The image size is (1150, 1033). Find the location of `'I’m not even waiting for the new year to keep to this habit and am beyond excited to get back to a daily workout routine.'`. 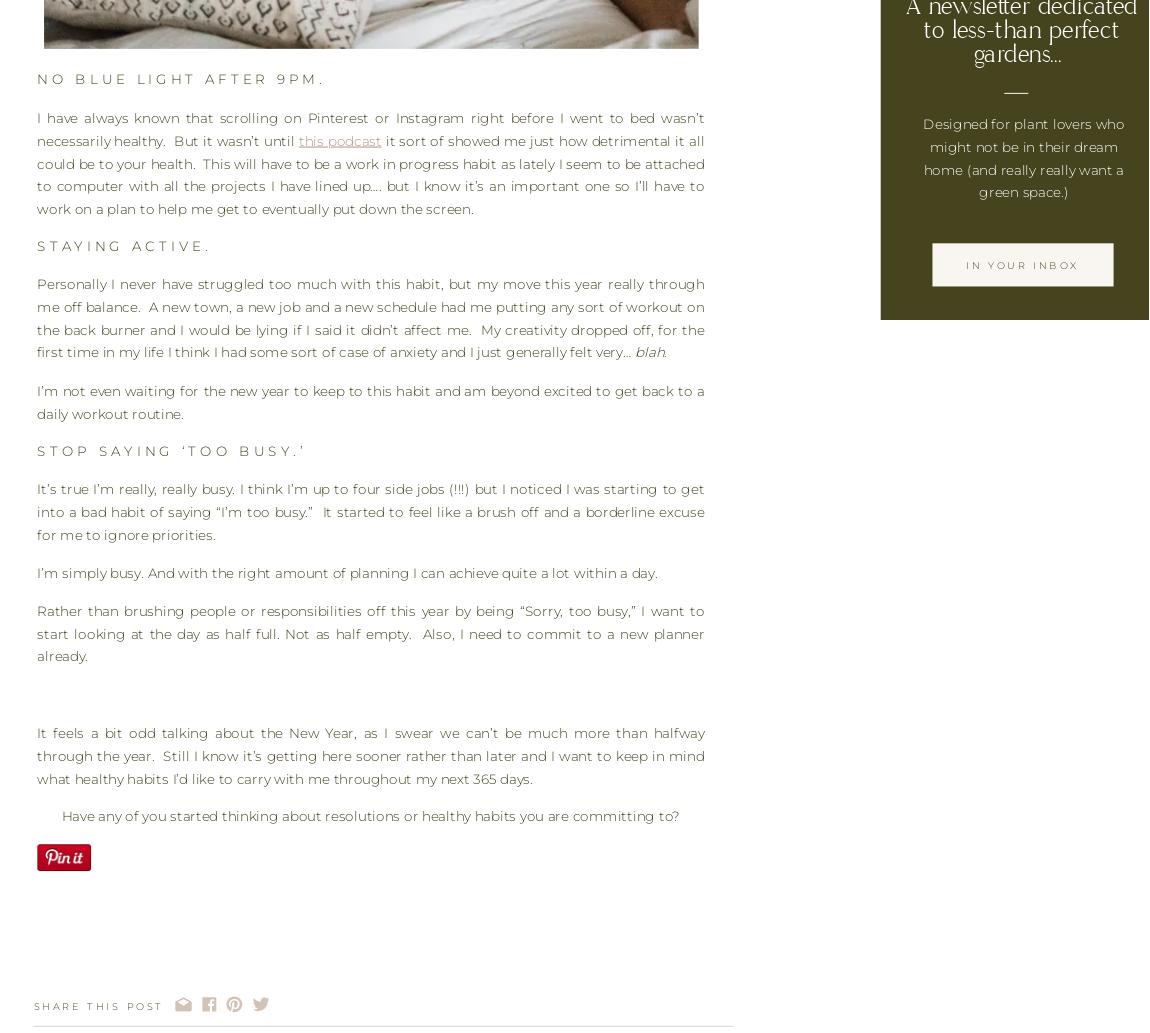

'I’m not even waiting for the new year to keep to this habit and am beyond excited to get back to a daily workout routine.' is located at coordinates (36, 402).